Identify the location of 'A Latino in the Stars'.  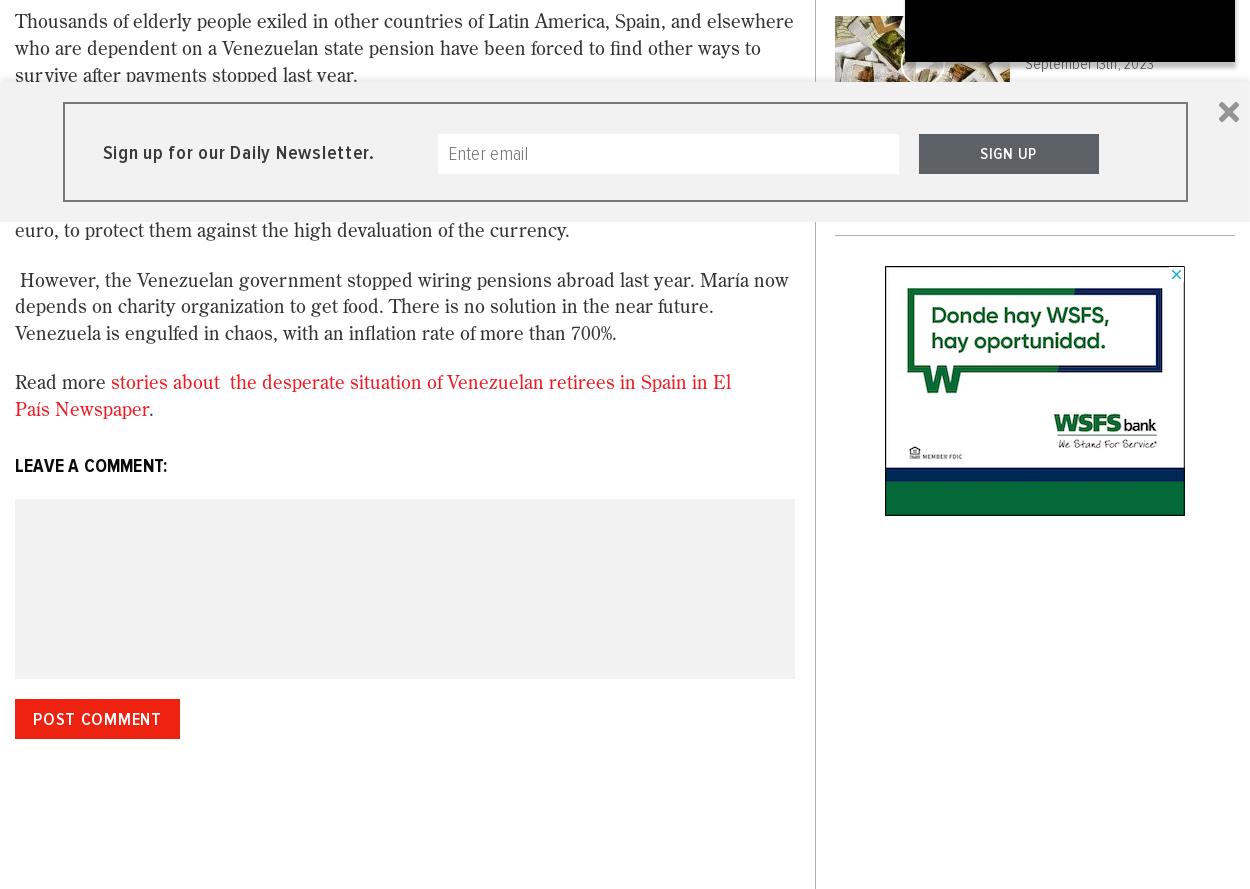
(1111, 171).